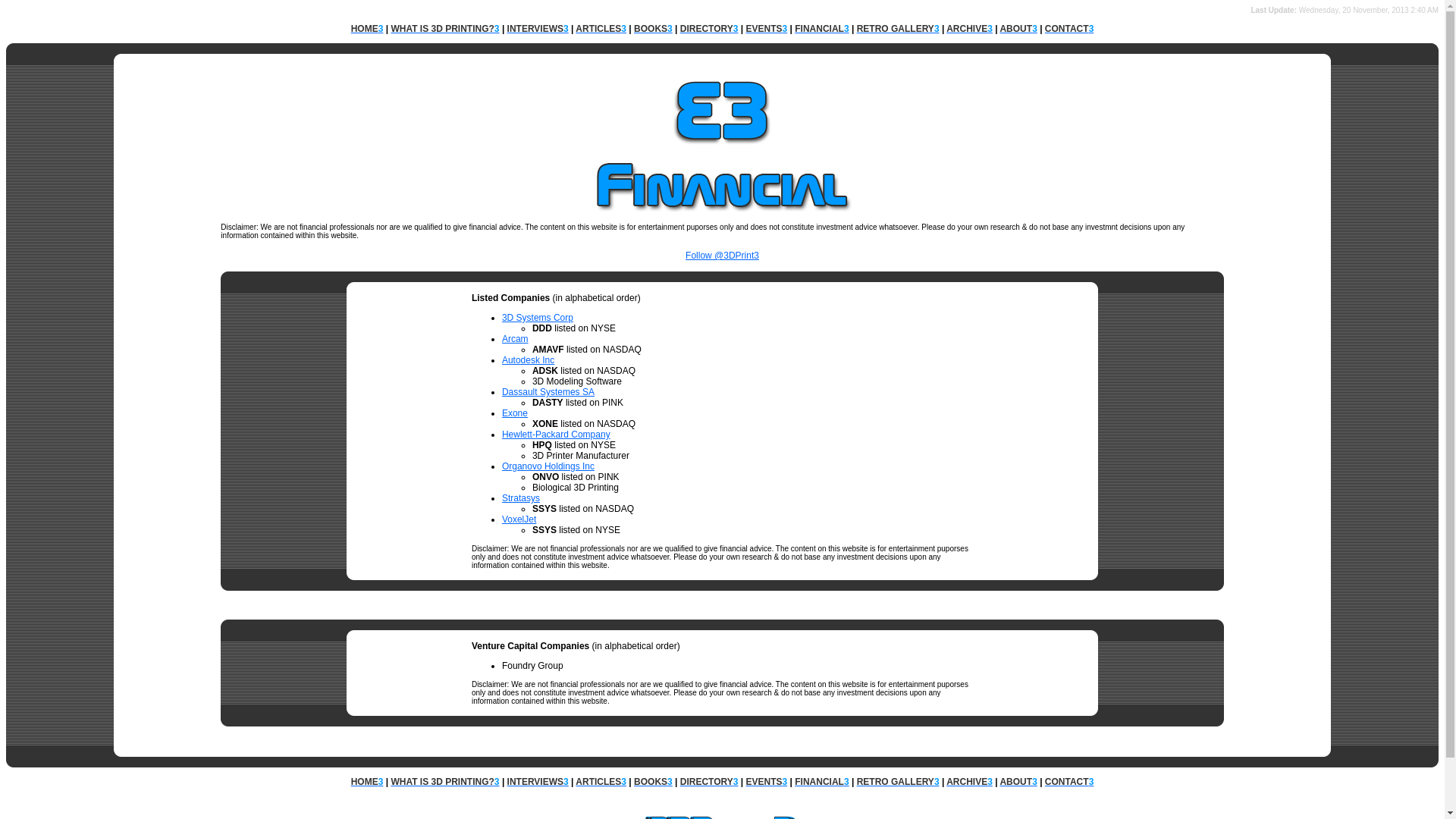  I want to click on 'Arcam', so click(502, 338).